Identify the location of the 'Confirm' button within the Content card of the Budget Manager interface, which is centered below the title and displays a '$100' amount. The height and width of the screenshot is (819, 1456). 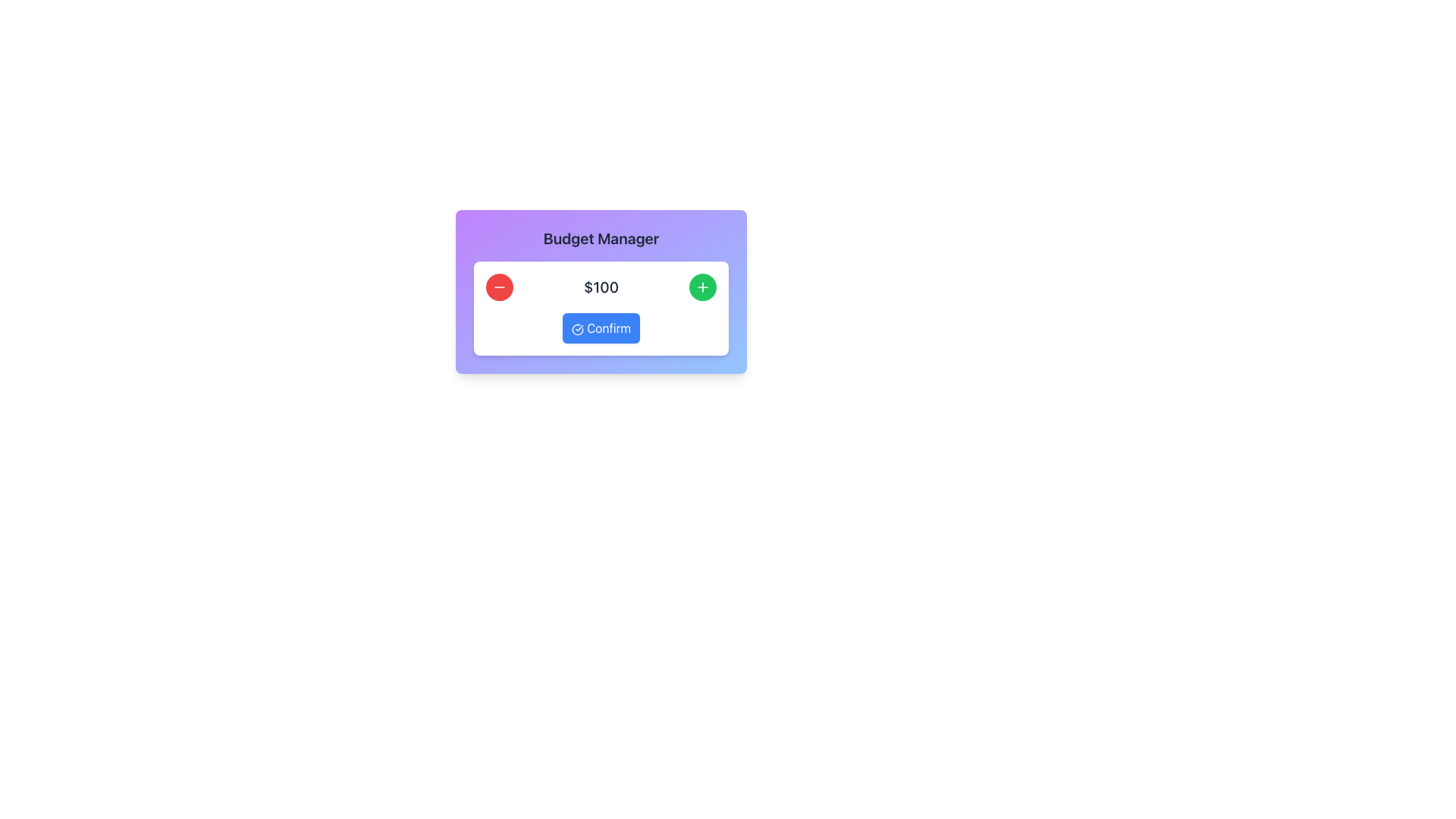
(600, 308).